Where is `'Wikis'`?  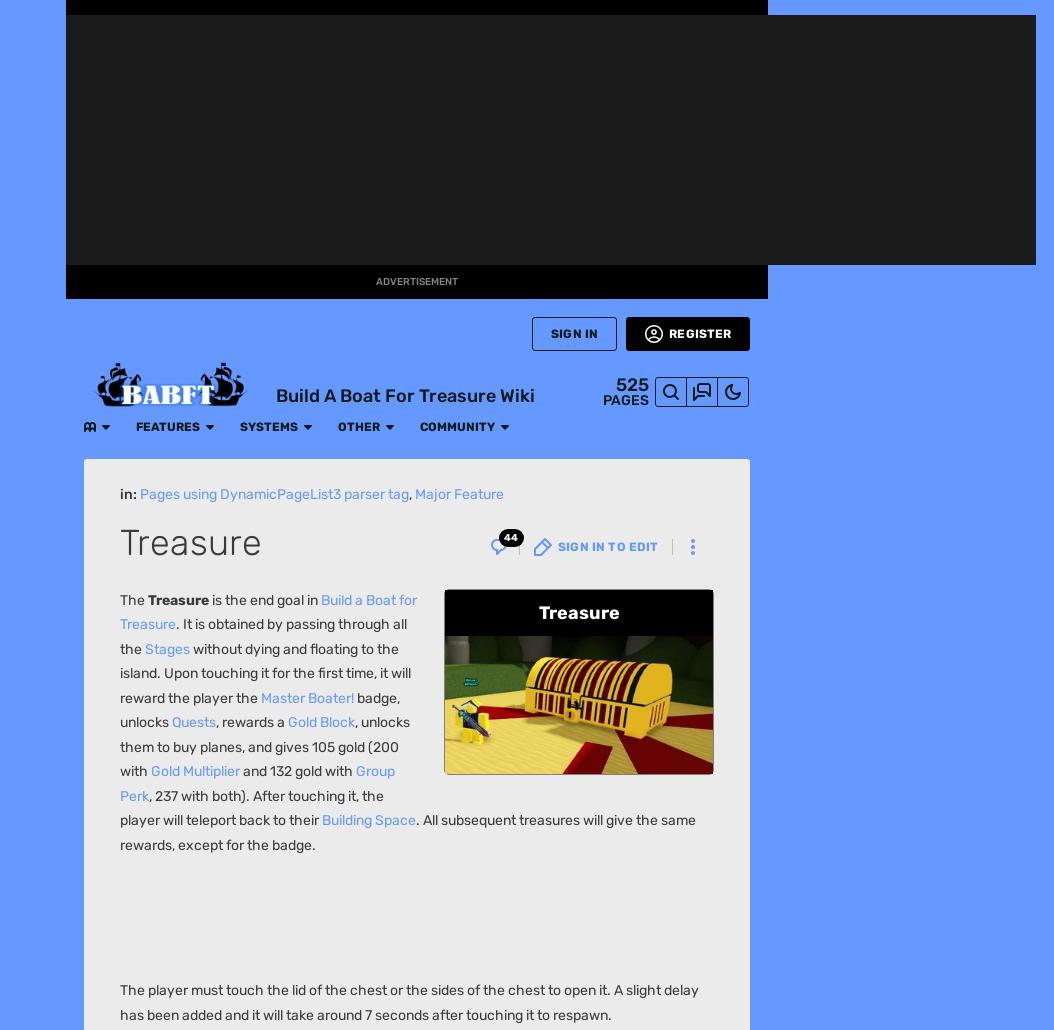
'Wikis' is located at coordinates (32, 642).